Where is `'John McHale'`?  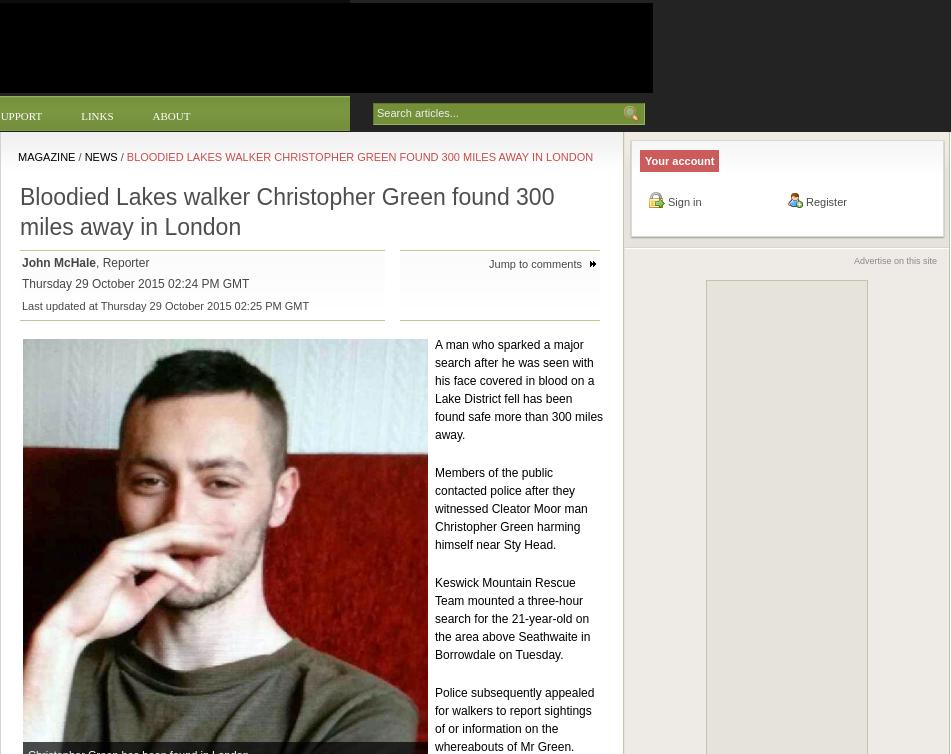
'John McHale' is located at coordinates (21, 261).